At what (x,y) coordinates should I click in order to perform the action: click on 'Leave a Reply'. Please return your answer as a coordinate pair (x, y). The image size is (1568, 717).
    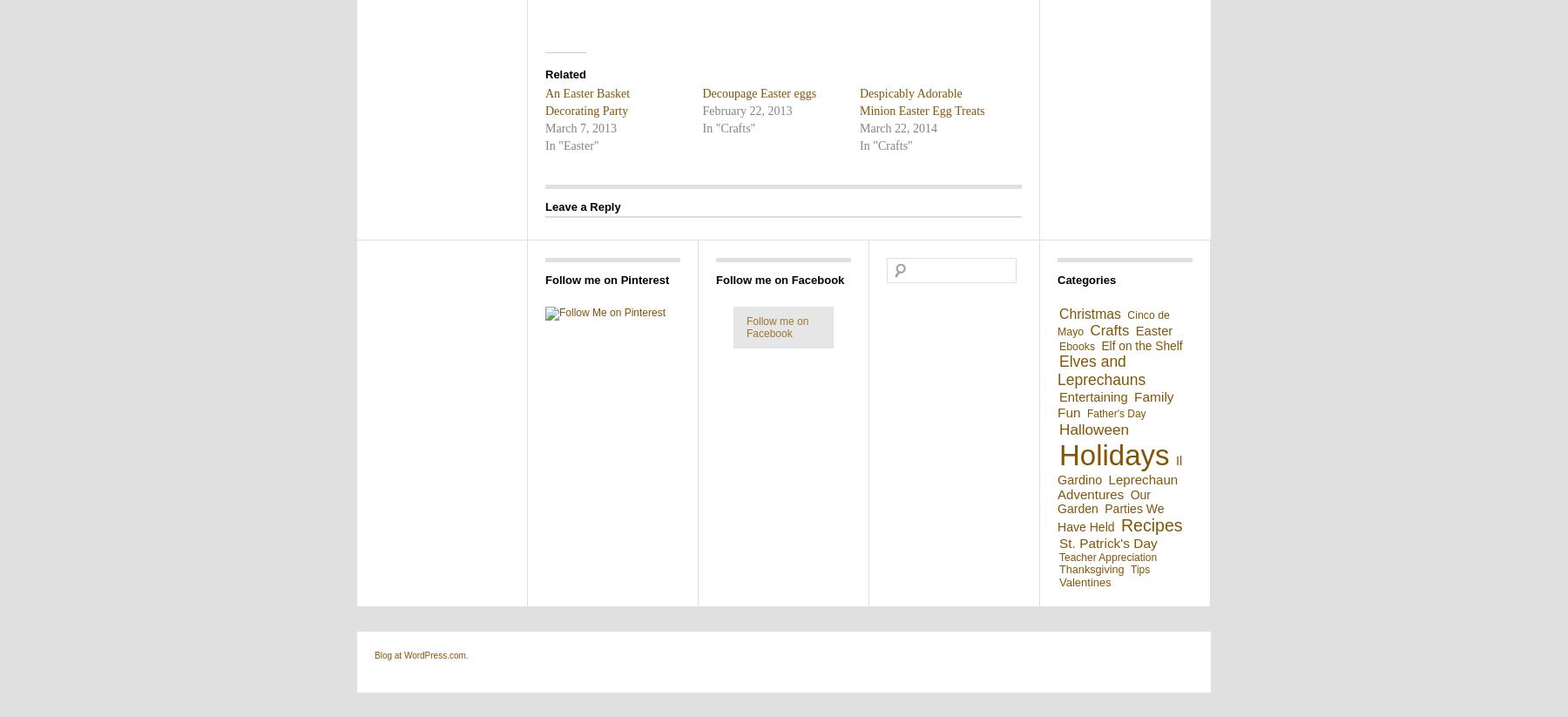
    Looking at the image, I should click on (545, 206).